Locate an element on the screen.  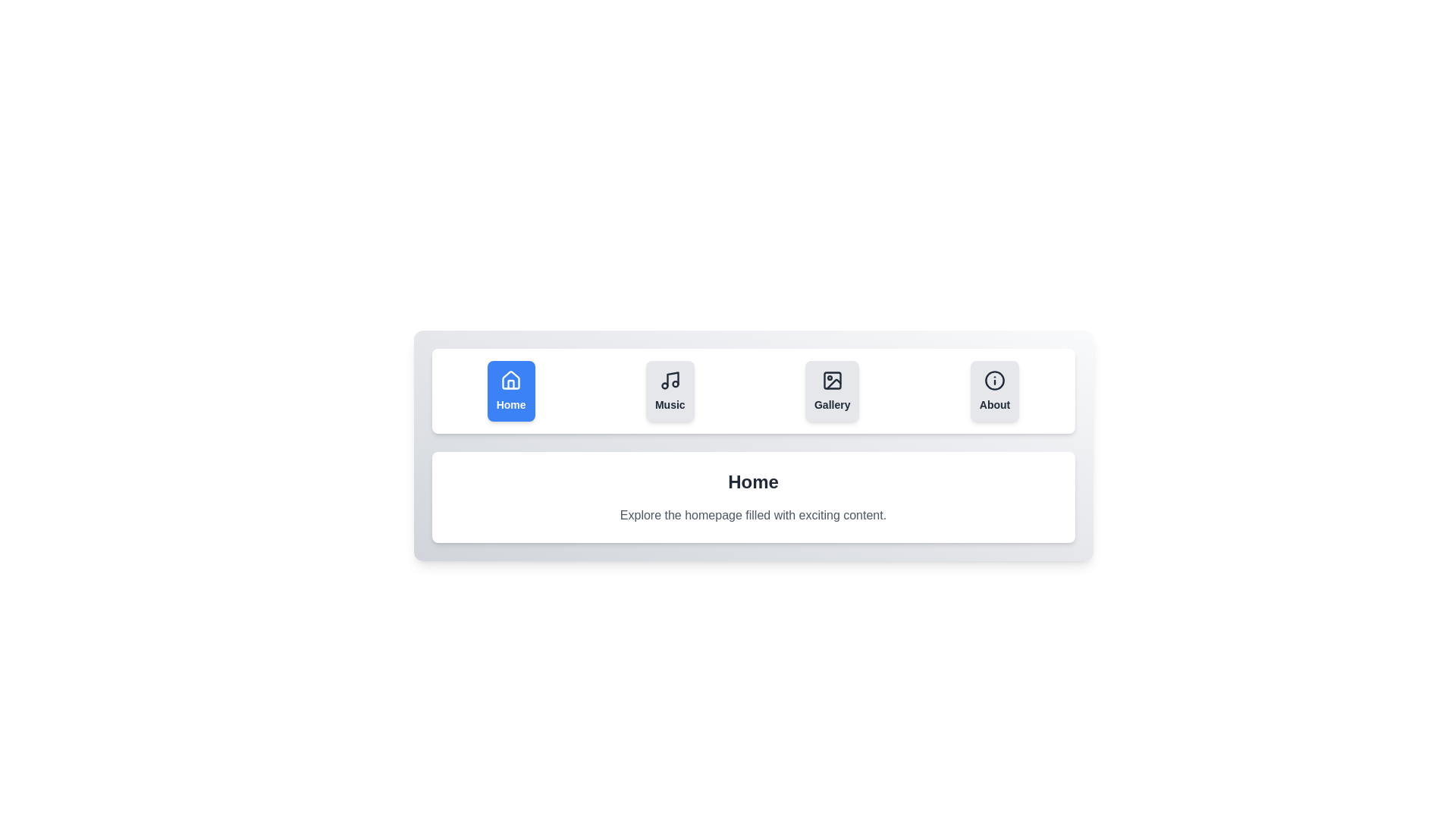
the tab button labeled Music is located at coordinates (669, 391).